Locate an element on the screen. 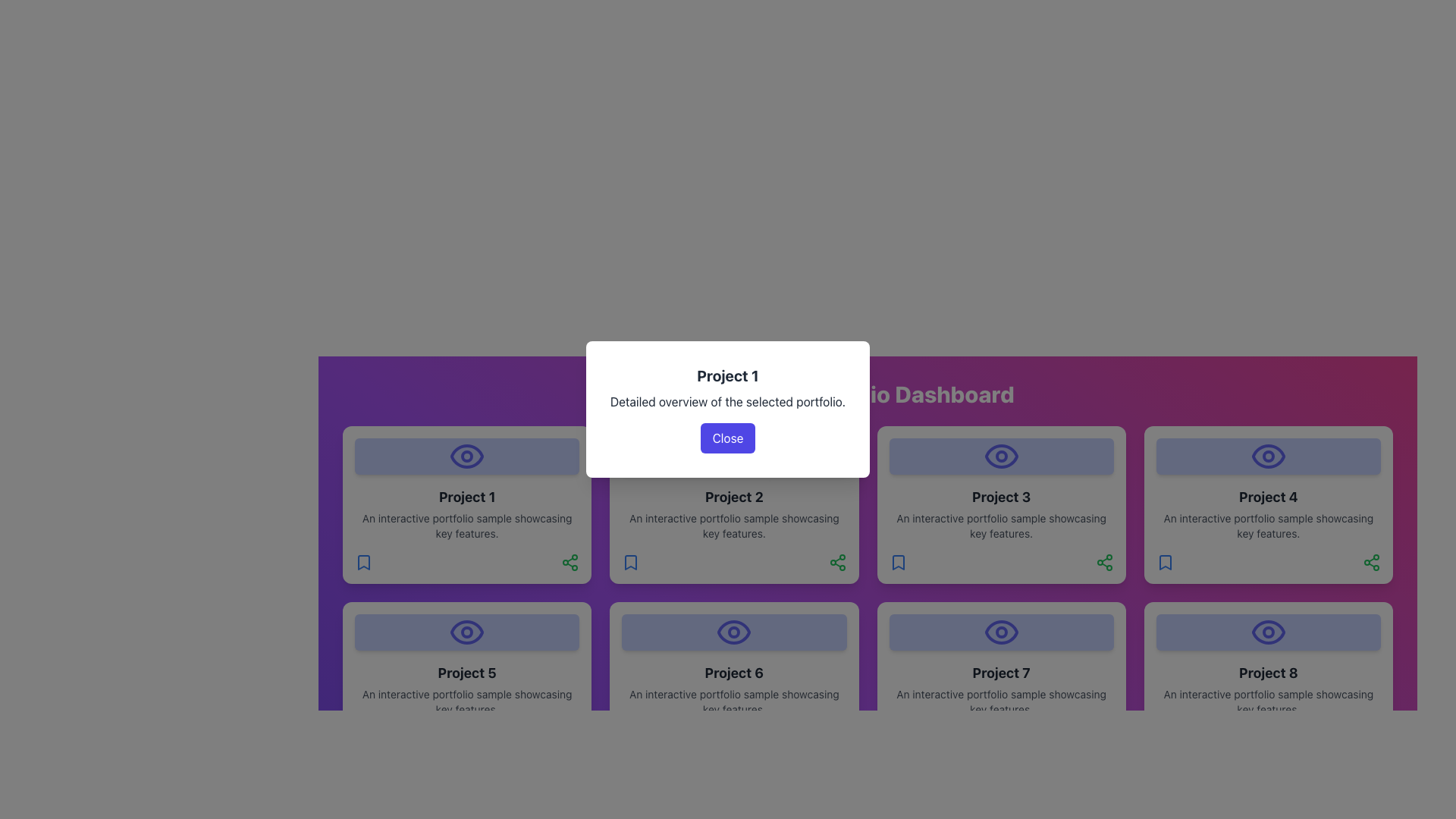 Image resolution: width=1456 pixels, height=819 pixels. the small circle graphic component within the eye-like icon of the Project 4 card located in the top section of the card layout is located at coordinates (1268, 455).